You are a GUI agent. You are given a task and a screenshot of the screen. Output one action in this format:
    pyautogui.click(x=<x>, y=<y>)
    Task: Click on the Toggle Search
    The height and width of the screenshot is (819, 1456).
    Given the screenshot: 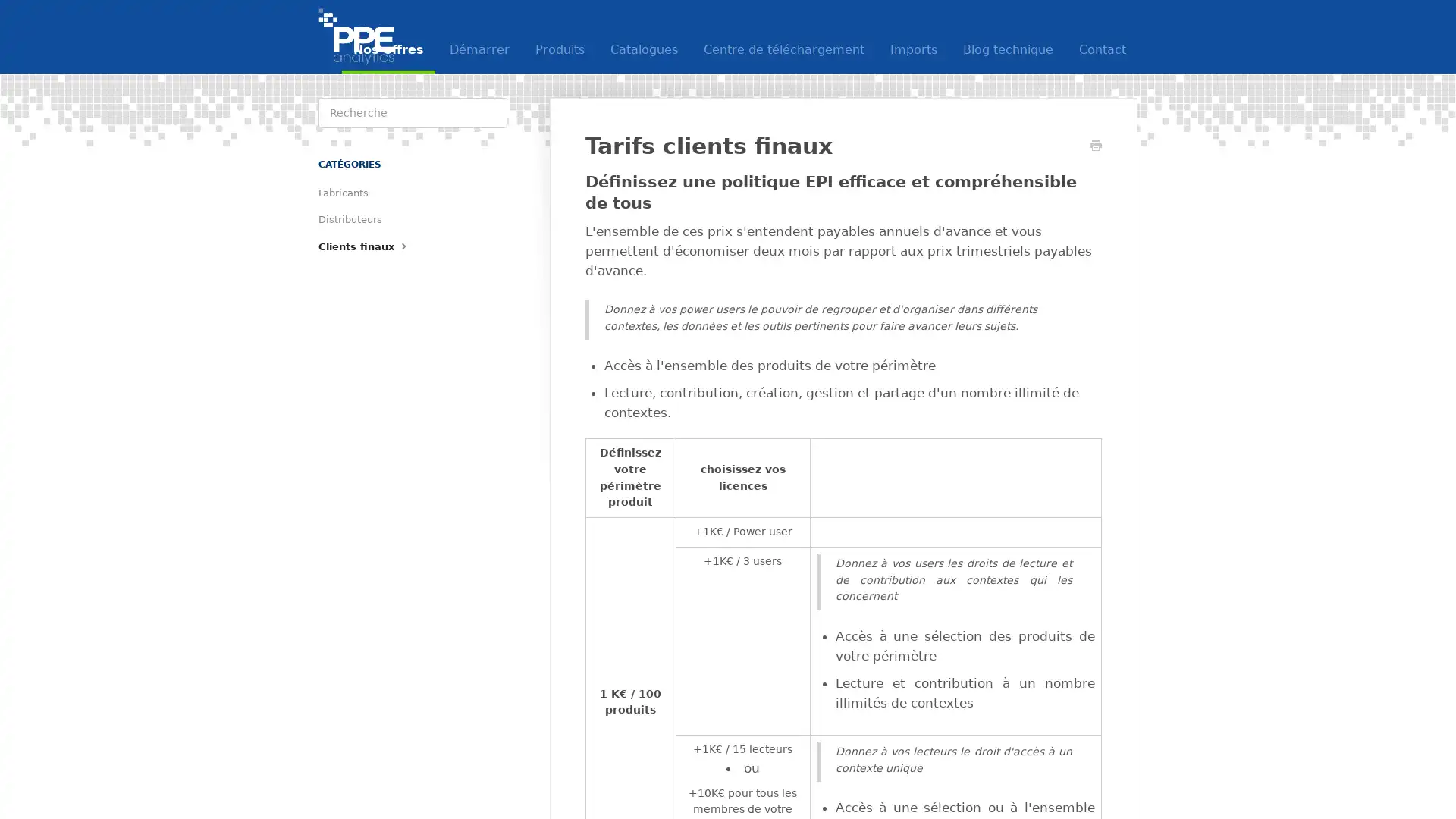 What is the action you would take?
    pyautogui.click(x=491, y=112)
    